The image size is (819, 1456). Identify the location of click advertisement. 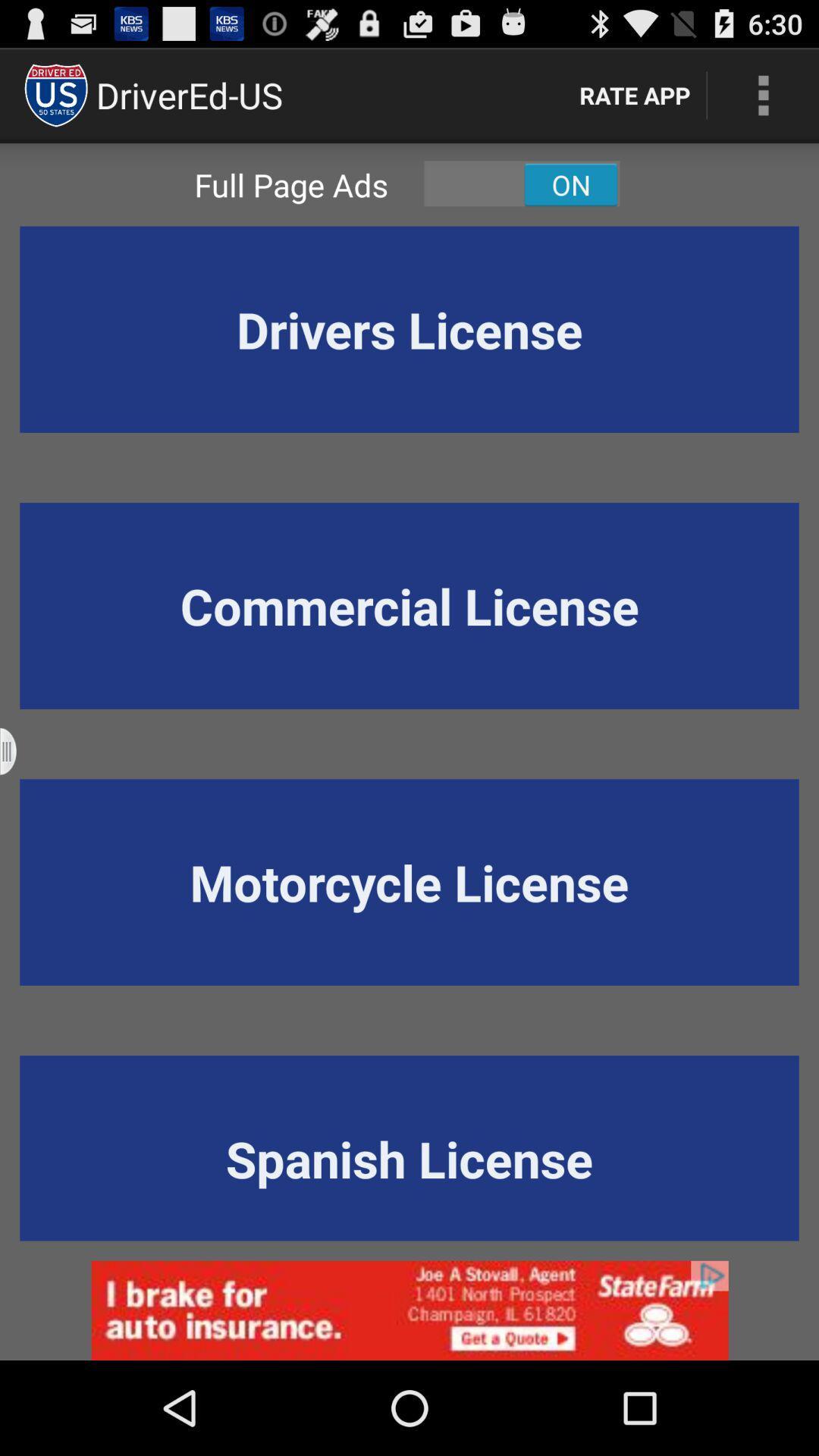
(409, 1310).